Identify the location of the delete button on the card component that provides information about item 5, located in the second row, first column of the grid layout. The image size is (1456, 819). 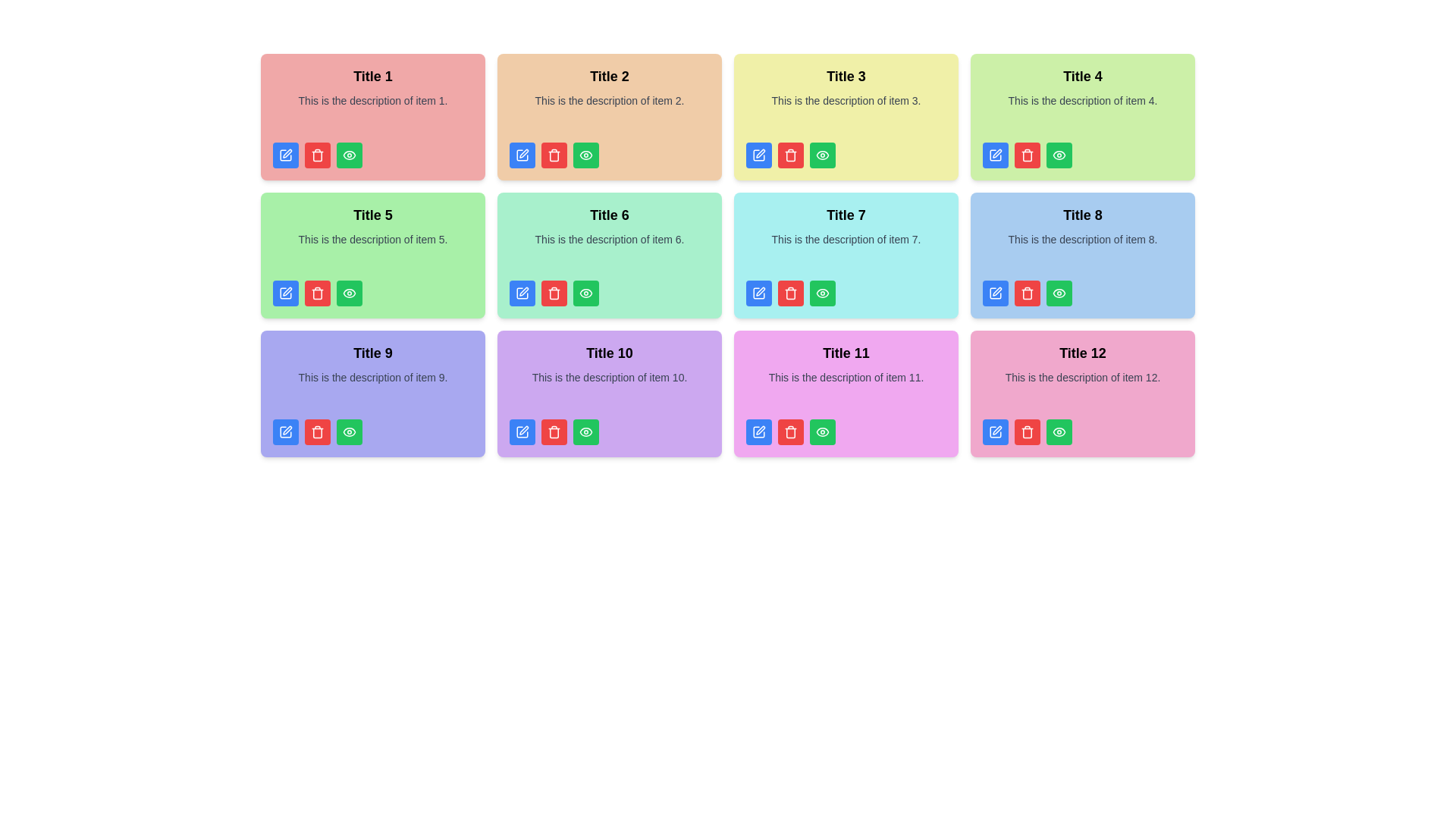
(372, 254).